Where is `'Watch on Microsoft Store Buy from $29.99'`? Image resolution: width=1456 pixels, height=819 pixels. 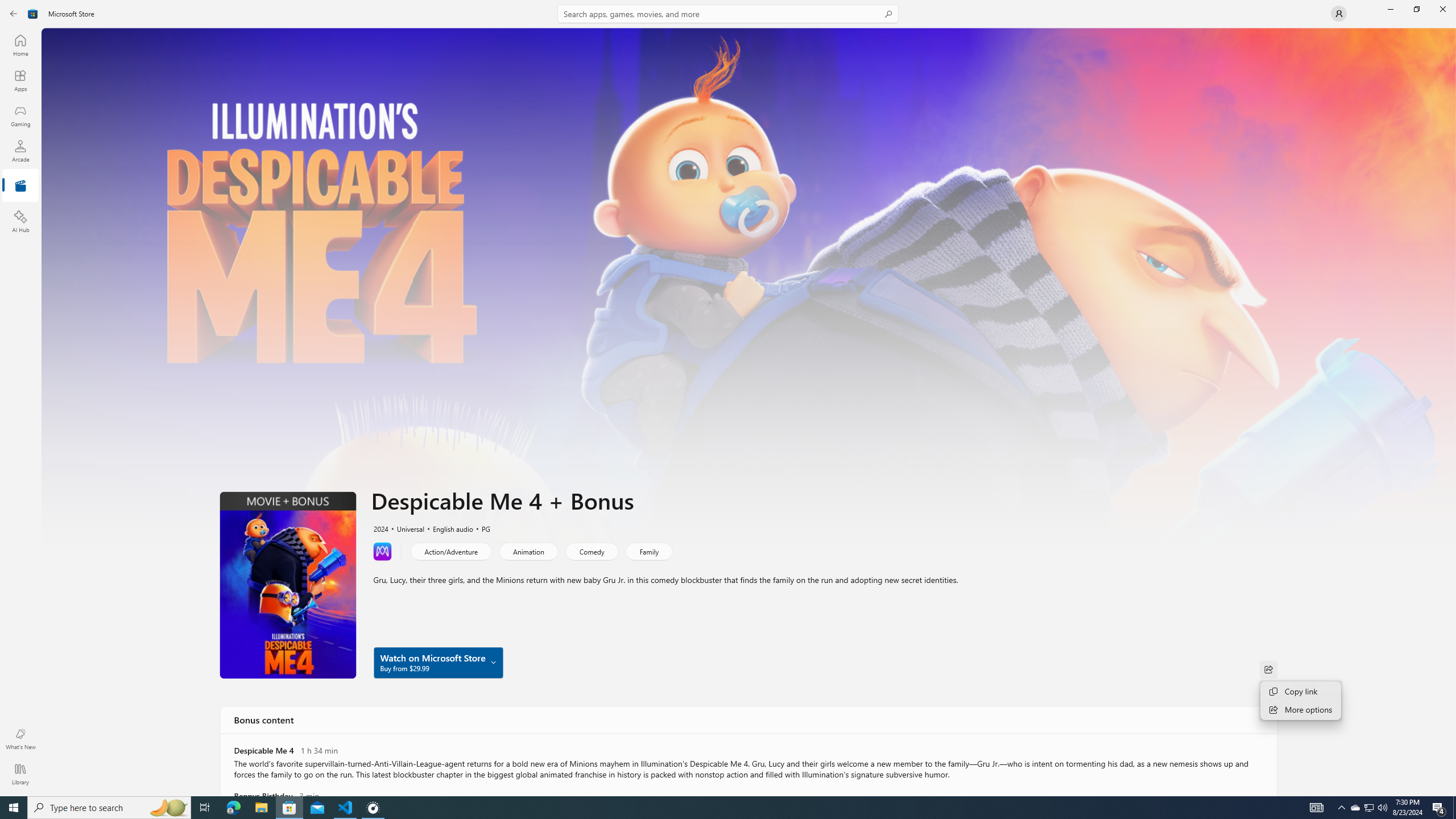 'Watch on Microsoft Store Buy from $29.99' is located at coordinates (438, 662).